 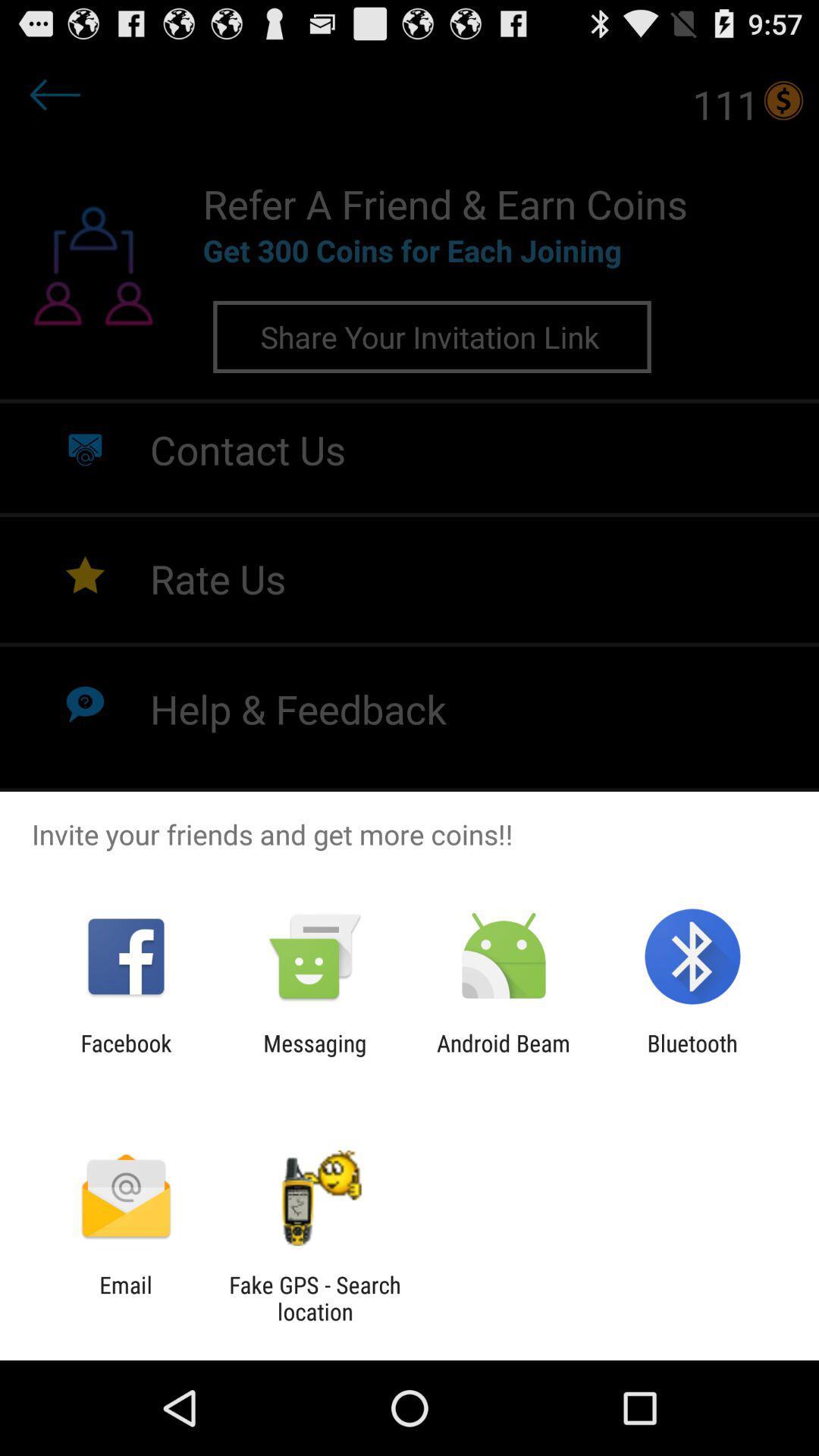 I want to click on item at the bottom right corner, so click(x=692, y=1056).